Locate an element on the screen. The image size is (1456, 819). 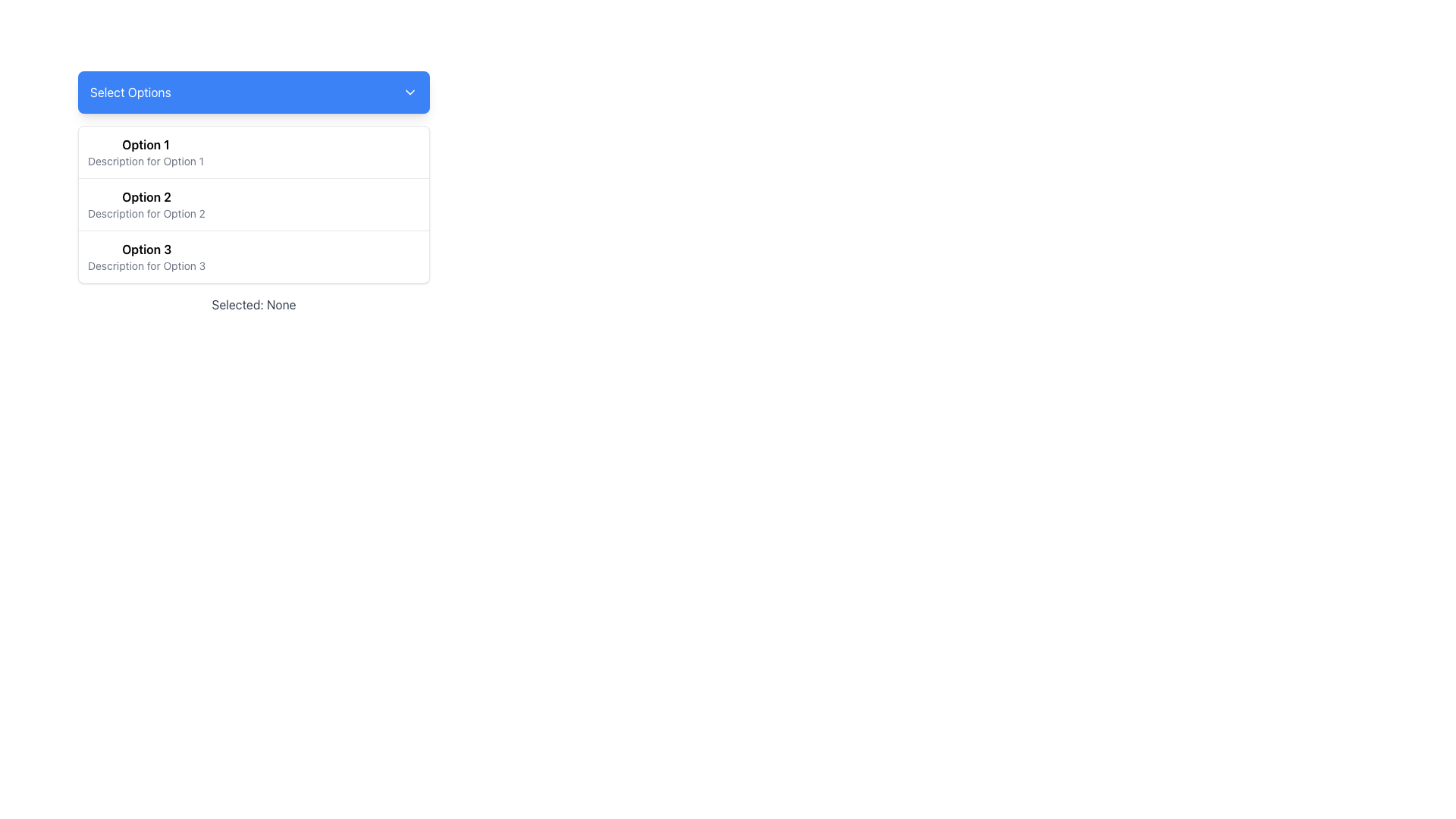
the static text label that provides supplementary information about 'Option 3' in the dropdown list is located at coordinates (146, 265).